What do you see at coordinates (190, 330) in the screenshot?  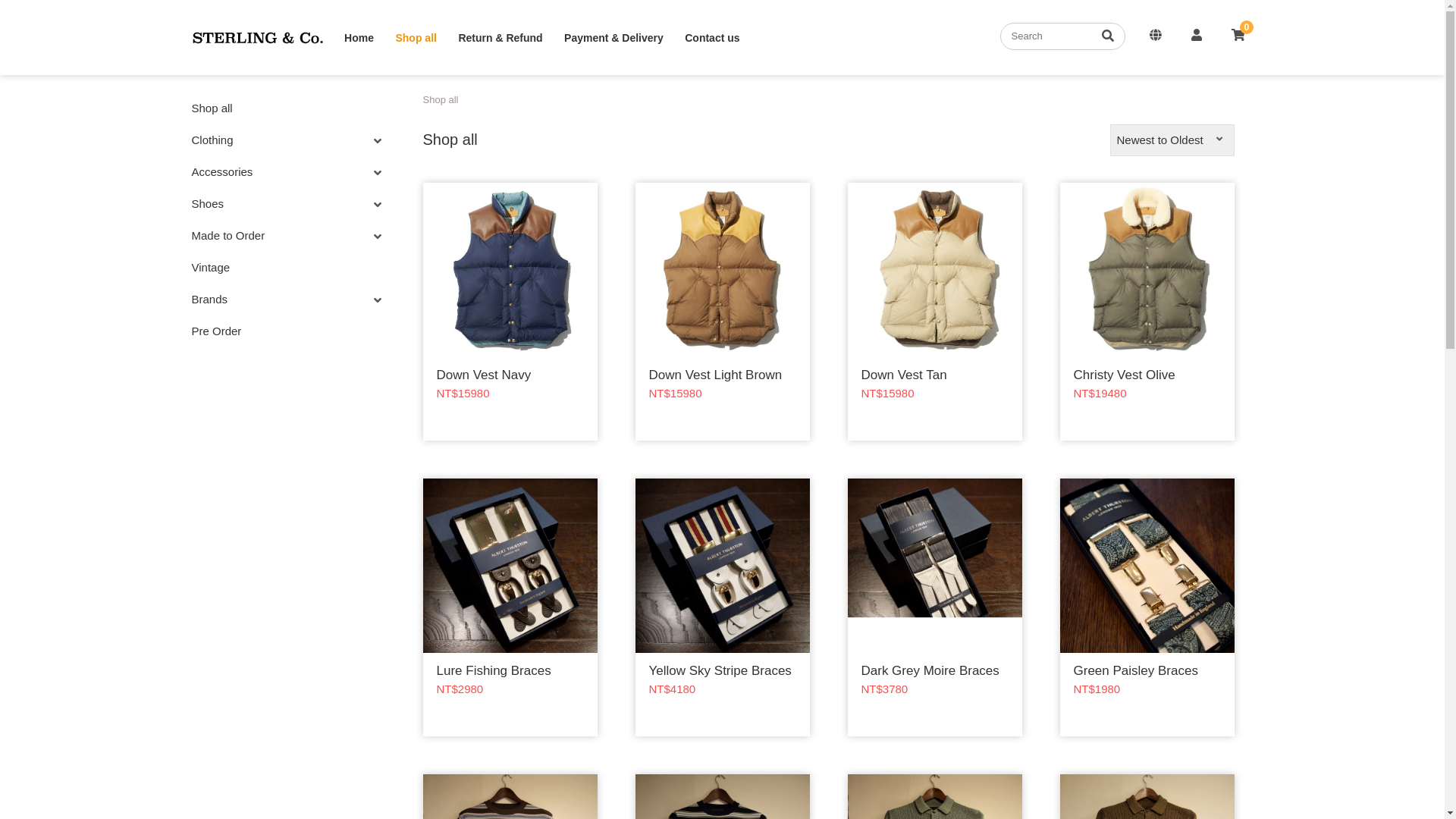 I see `'Pre Order'` at bounding box center [190, 330].